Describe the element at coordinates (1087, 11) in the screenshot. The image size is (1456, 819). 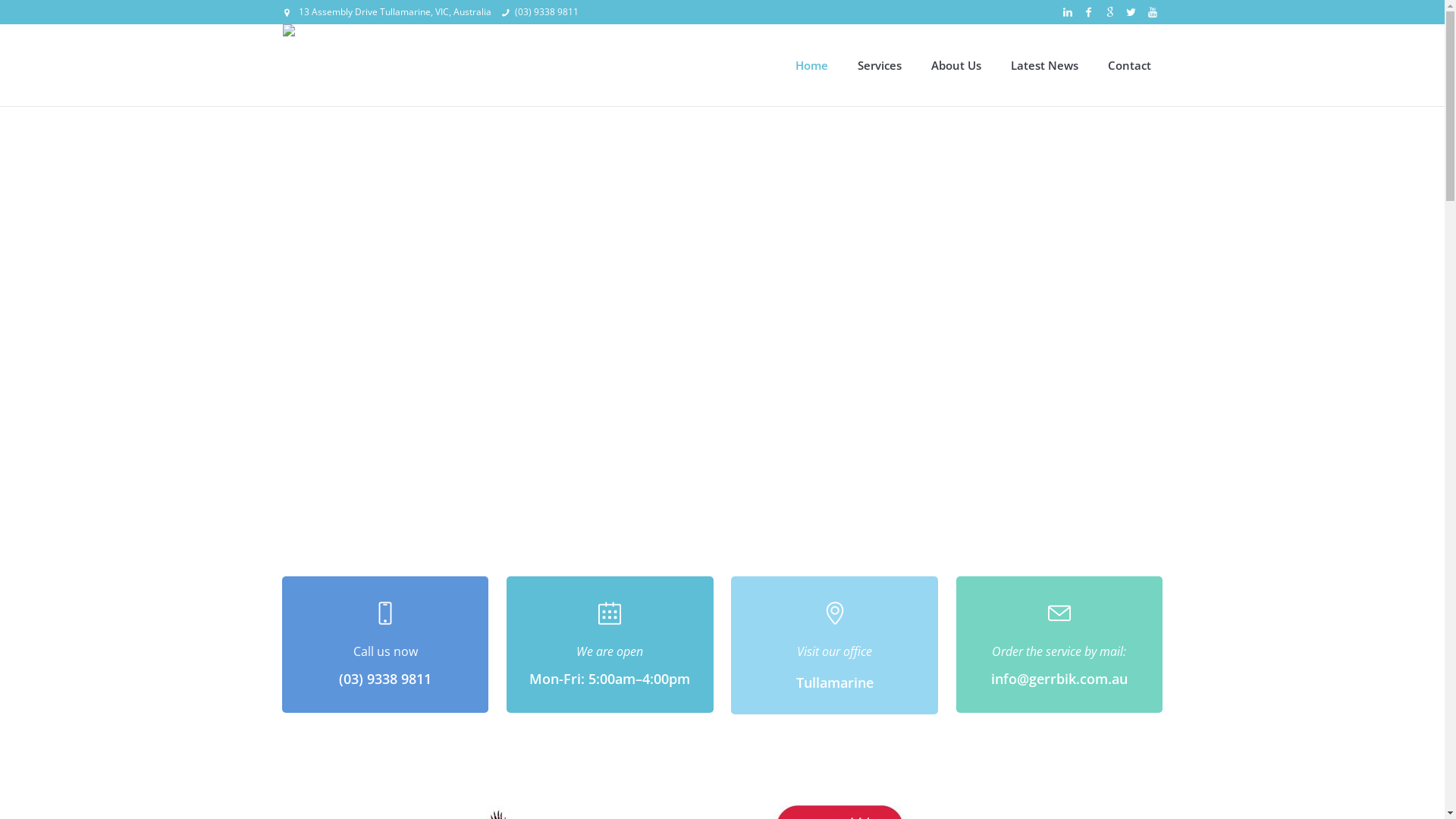
I see `'Facebook'` at that location.